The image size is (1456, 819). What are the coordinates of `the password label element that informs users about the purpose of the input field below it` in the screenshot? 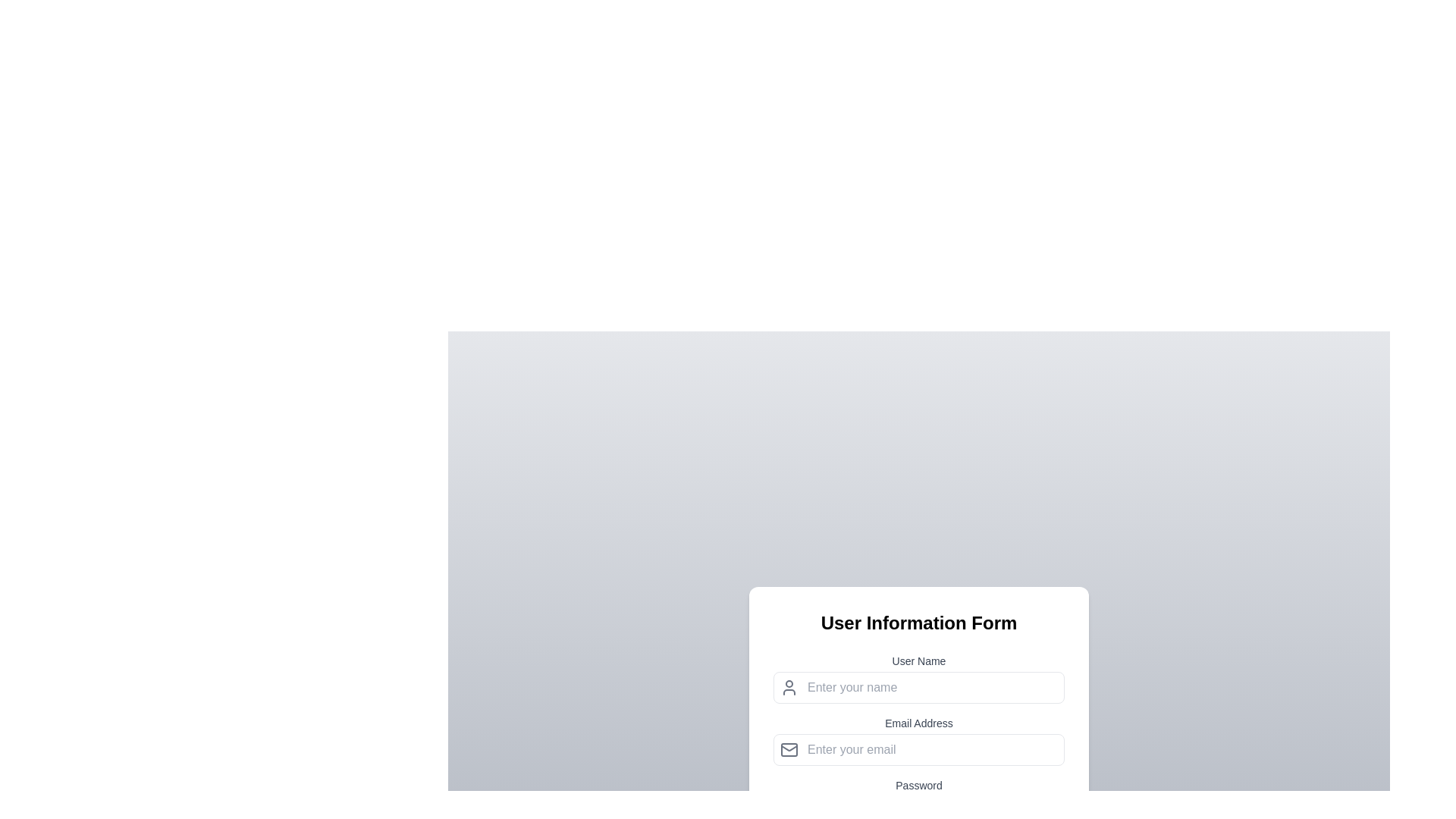 It's located at (918, 785).